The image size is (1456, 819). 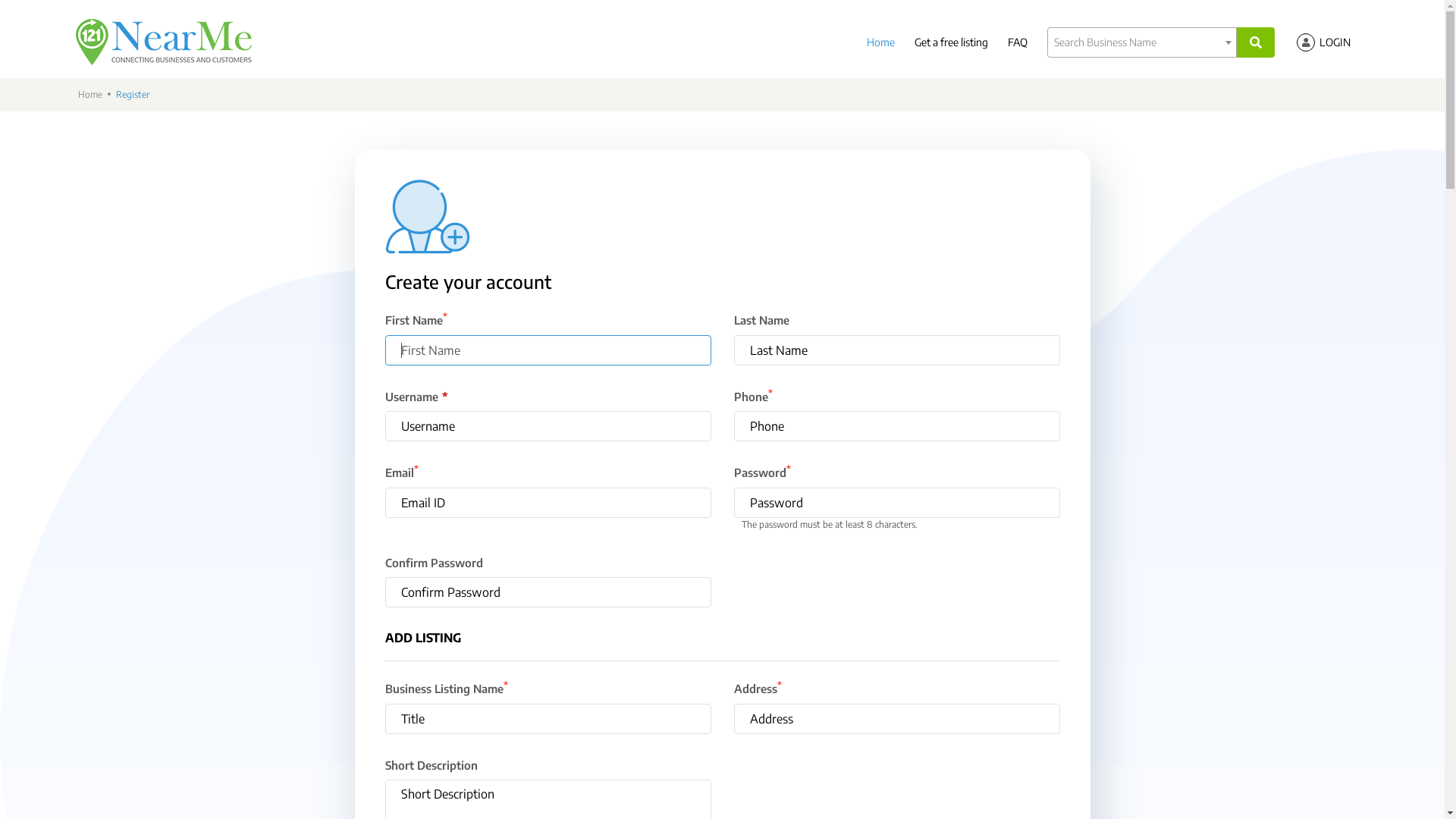 I want to click on 'Home', so click(x=88, y=94).